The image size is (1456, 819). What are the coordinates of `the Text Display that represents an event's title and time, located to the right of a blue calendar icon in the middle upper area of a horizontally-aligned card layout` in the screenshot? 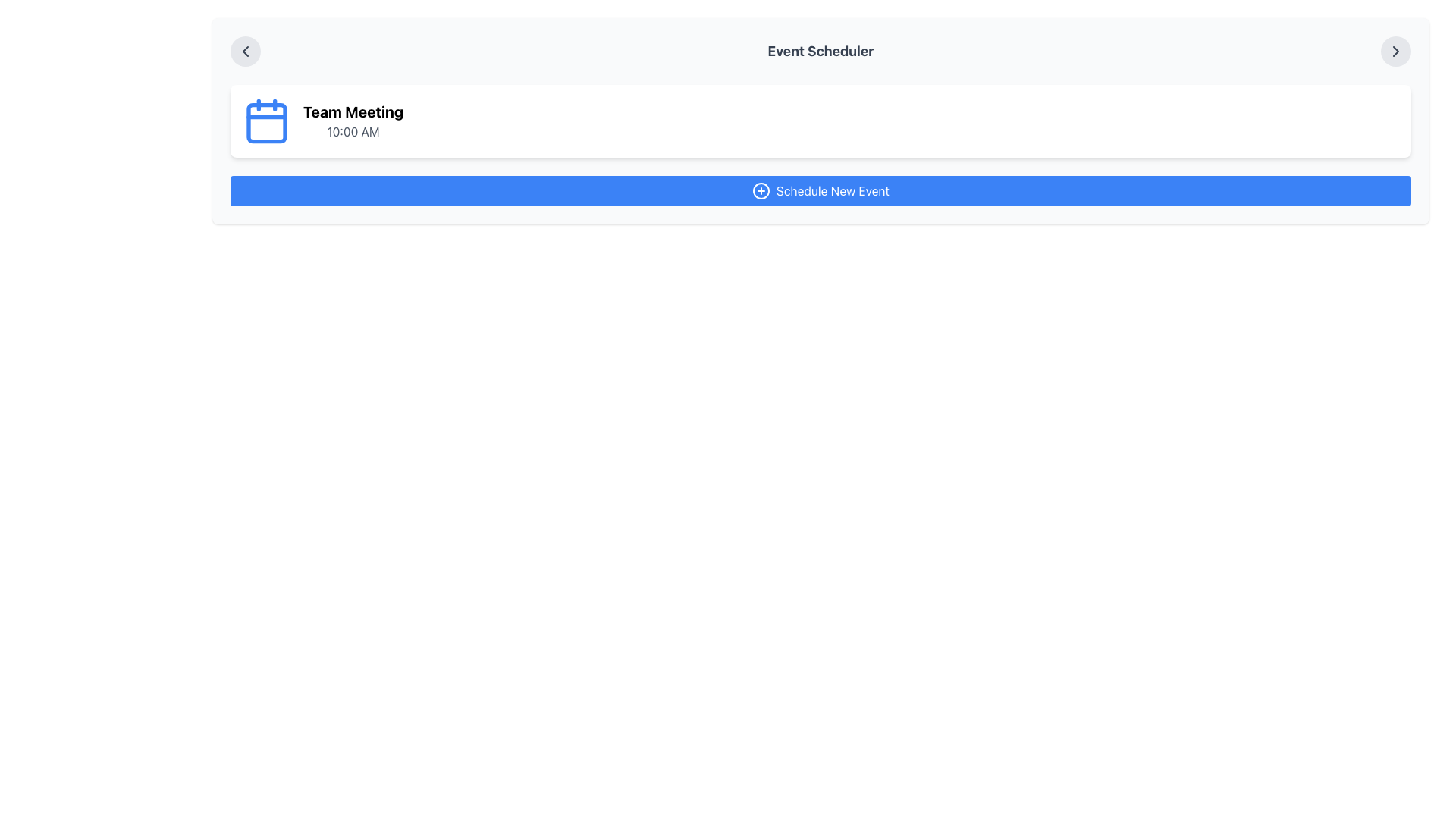 It's located at (352, 120).